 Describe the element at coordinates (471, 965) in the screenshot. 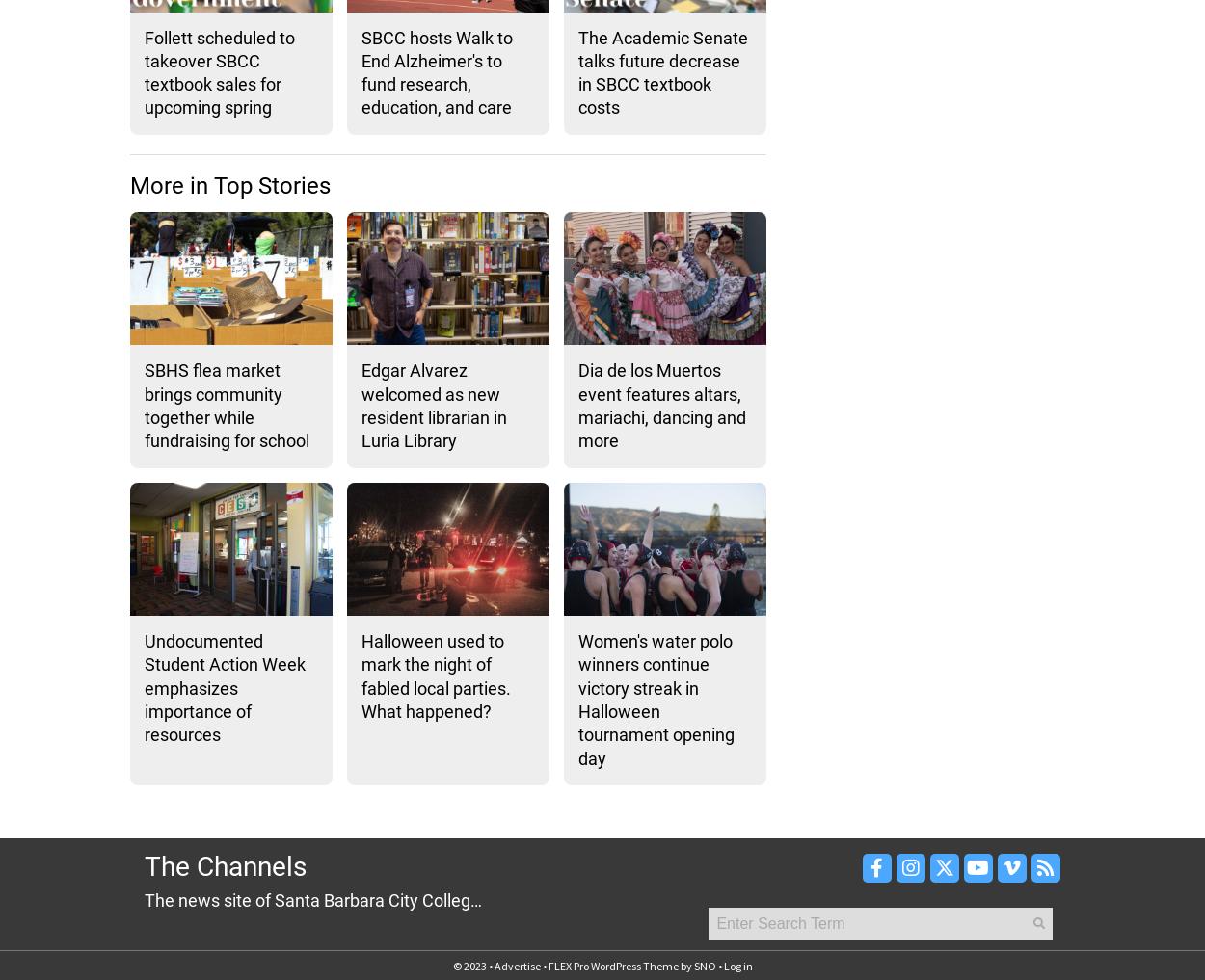

I see `'© 2023  •'` at that location.